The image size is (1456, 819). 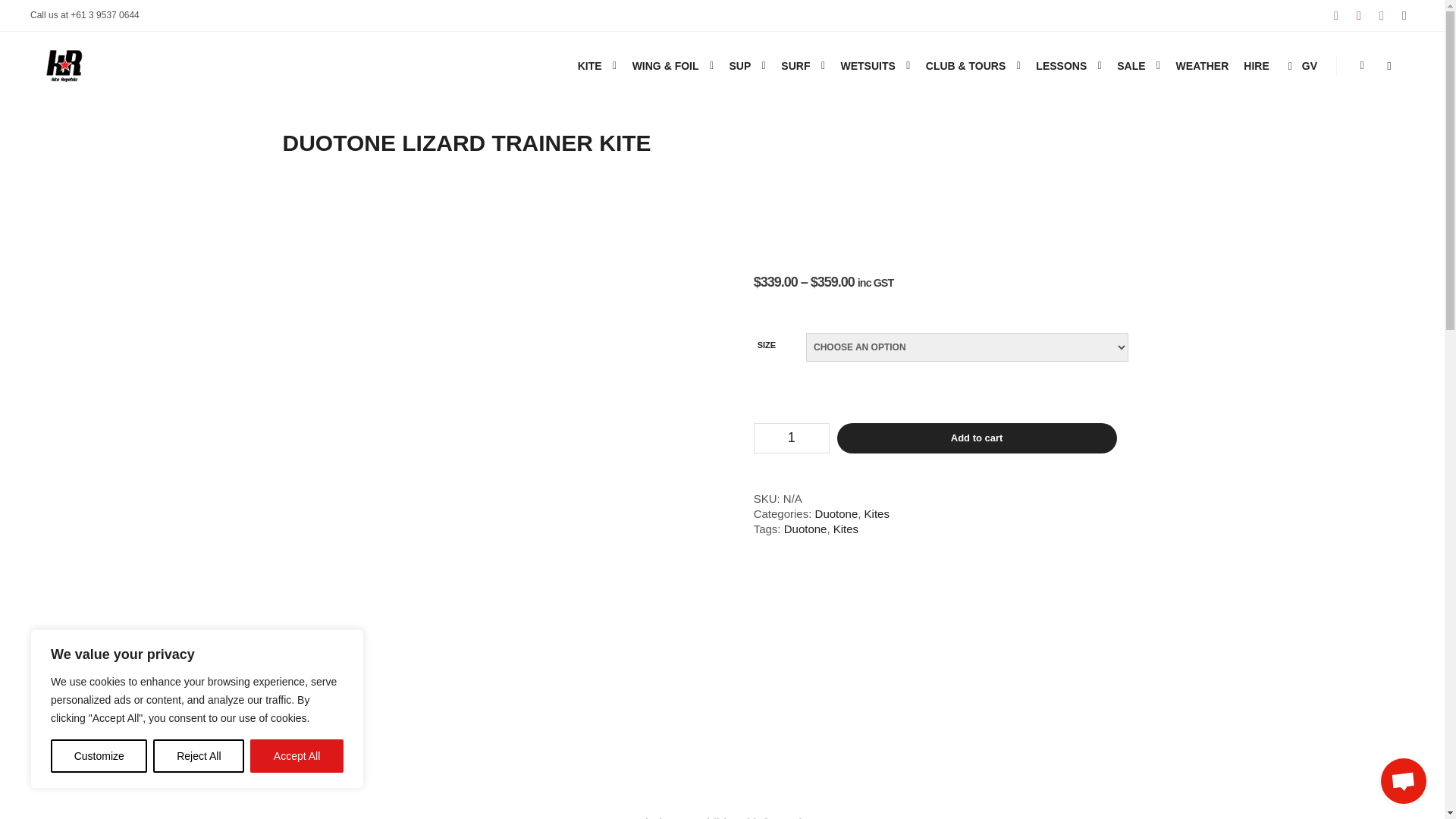 I want to click on 'Shop sidebar', so click(x=1361, y=65).